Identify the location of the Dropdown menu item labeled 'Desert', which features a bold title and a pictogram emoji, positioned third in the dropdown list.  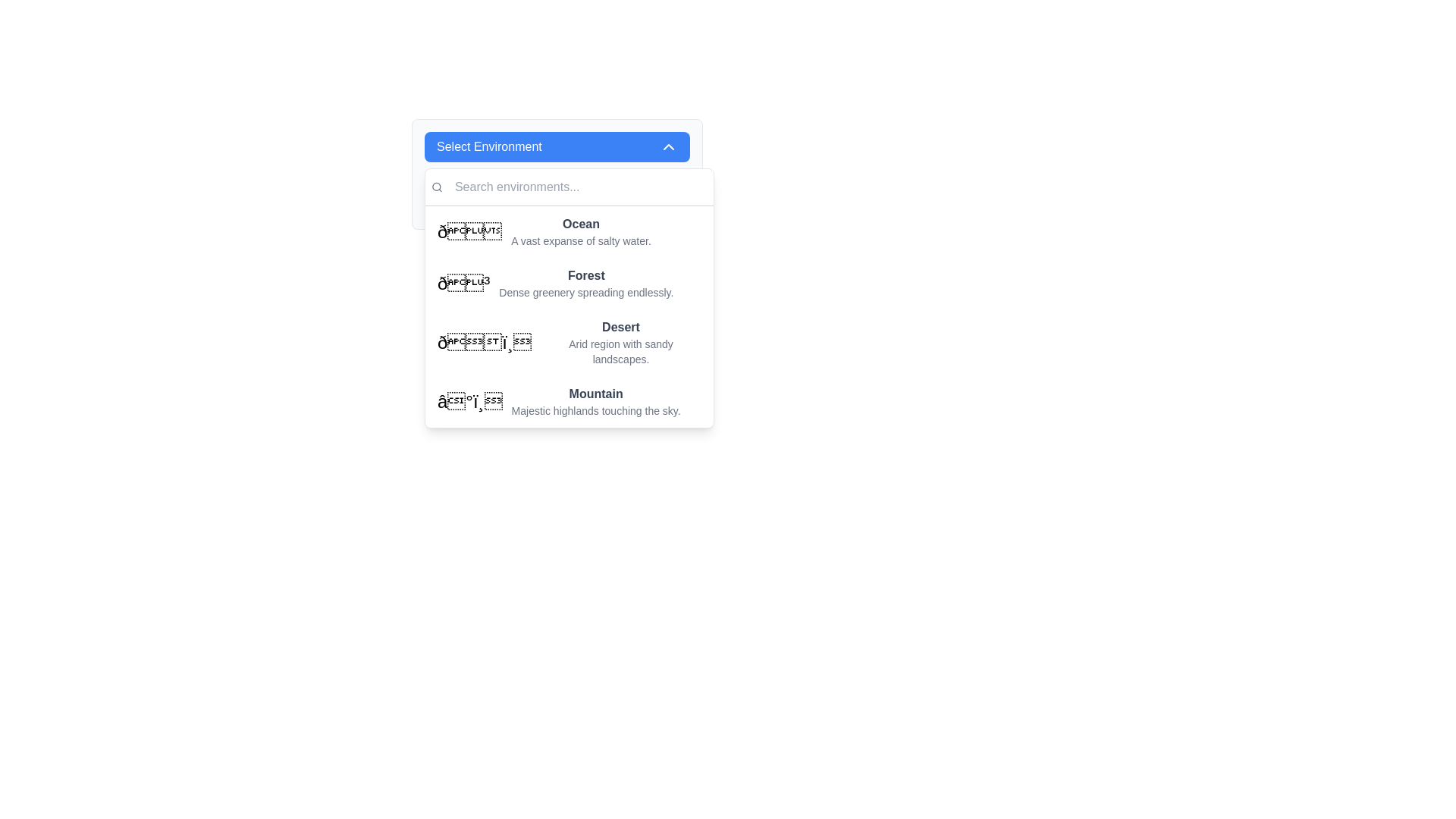
(568, 342).